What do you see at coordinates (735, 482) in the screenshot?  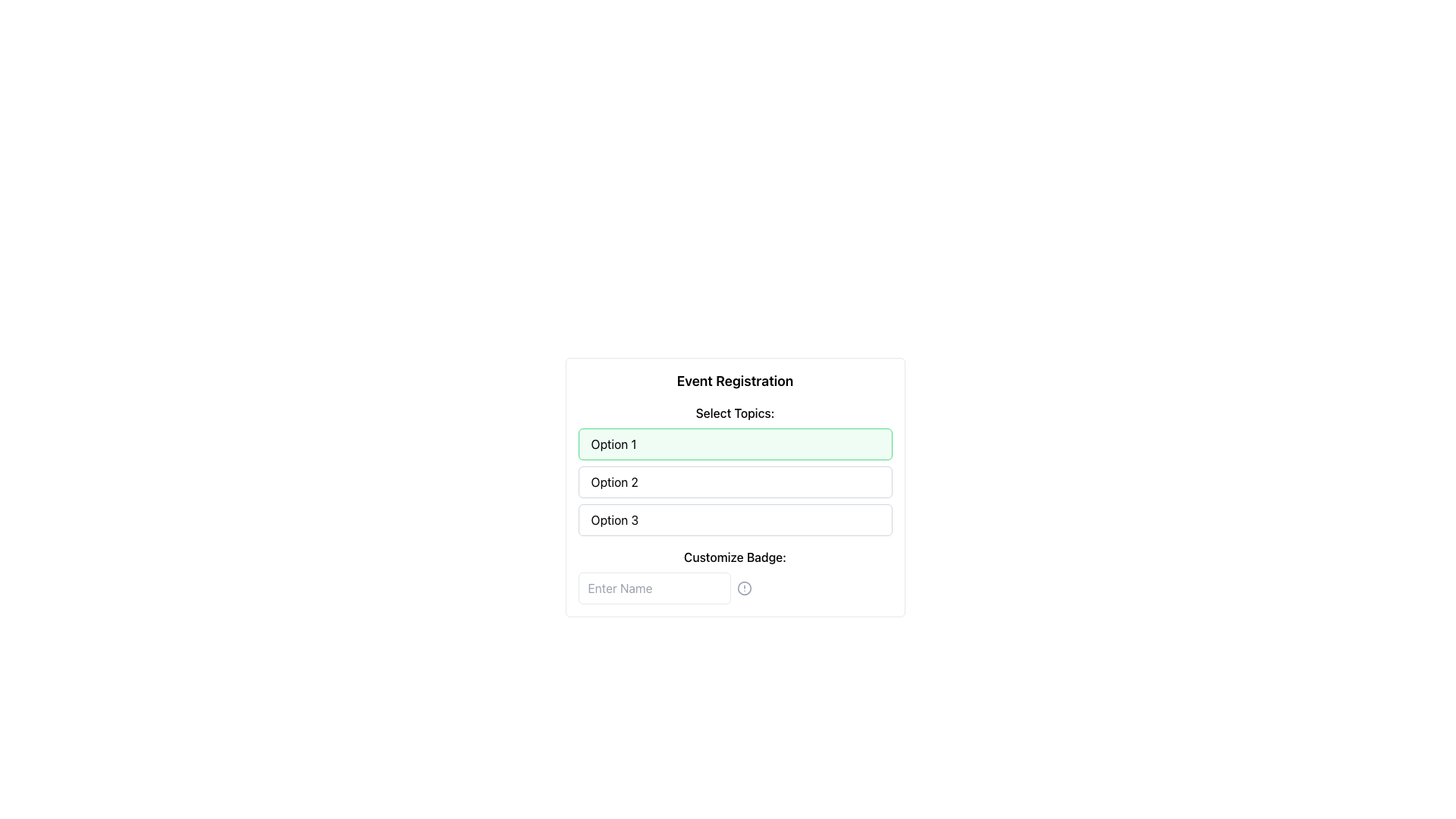 I see `the 'Option 2' button in the 'Select Topics' panel` at bounding box center [735, 482].